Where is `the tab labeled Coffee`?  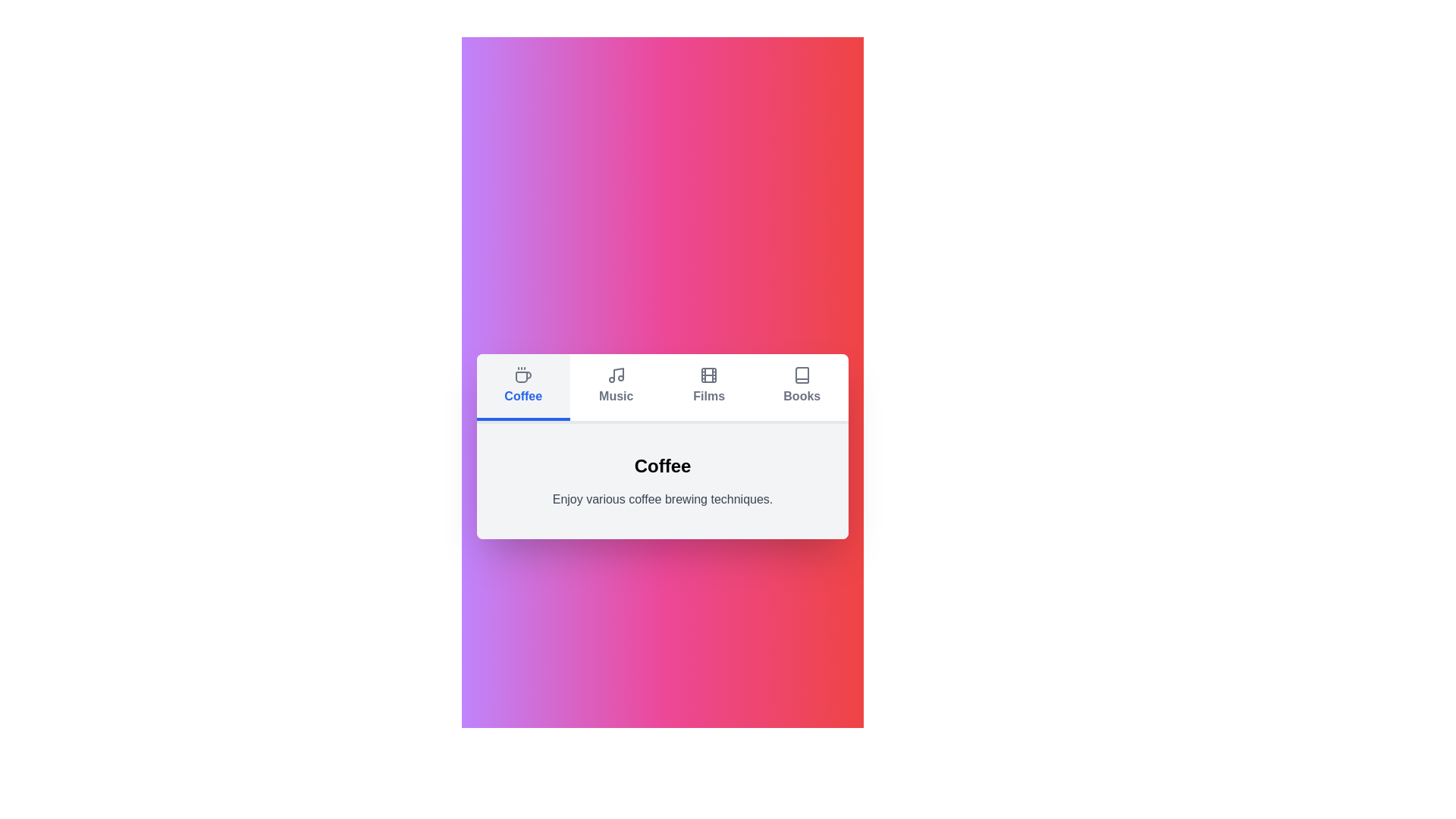 the tab labeled Coffee is located at coordinates (523, 386).